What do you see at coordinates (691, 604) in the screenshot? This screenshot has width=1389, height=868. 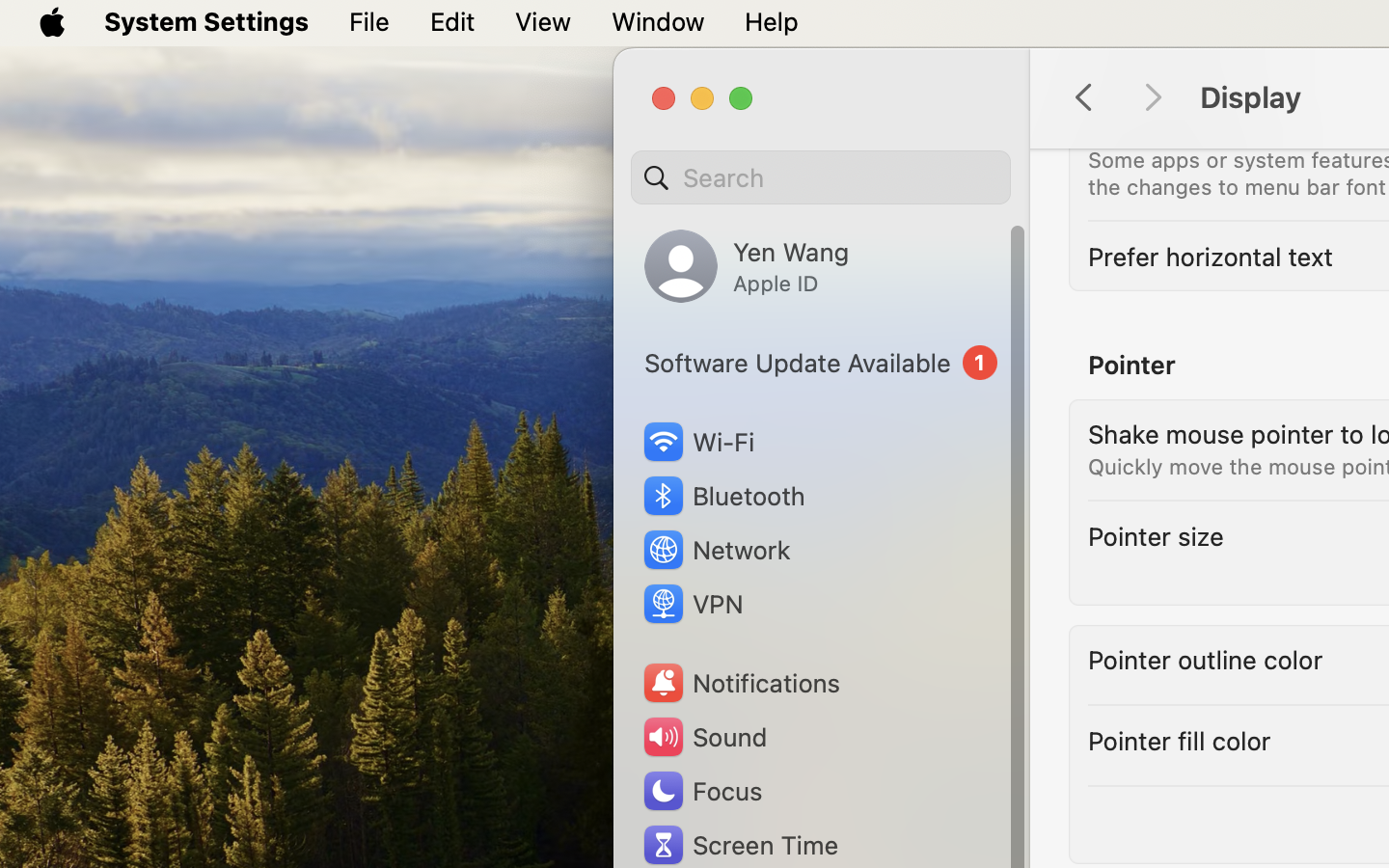 I see `'VPN'` at bounding box center [691, 604].